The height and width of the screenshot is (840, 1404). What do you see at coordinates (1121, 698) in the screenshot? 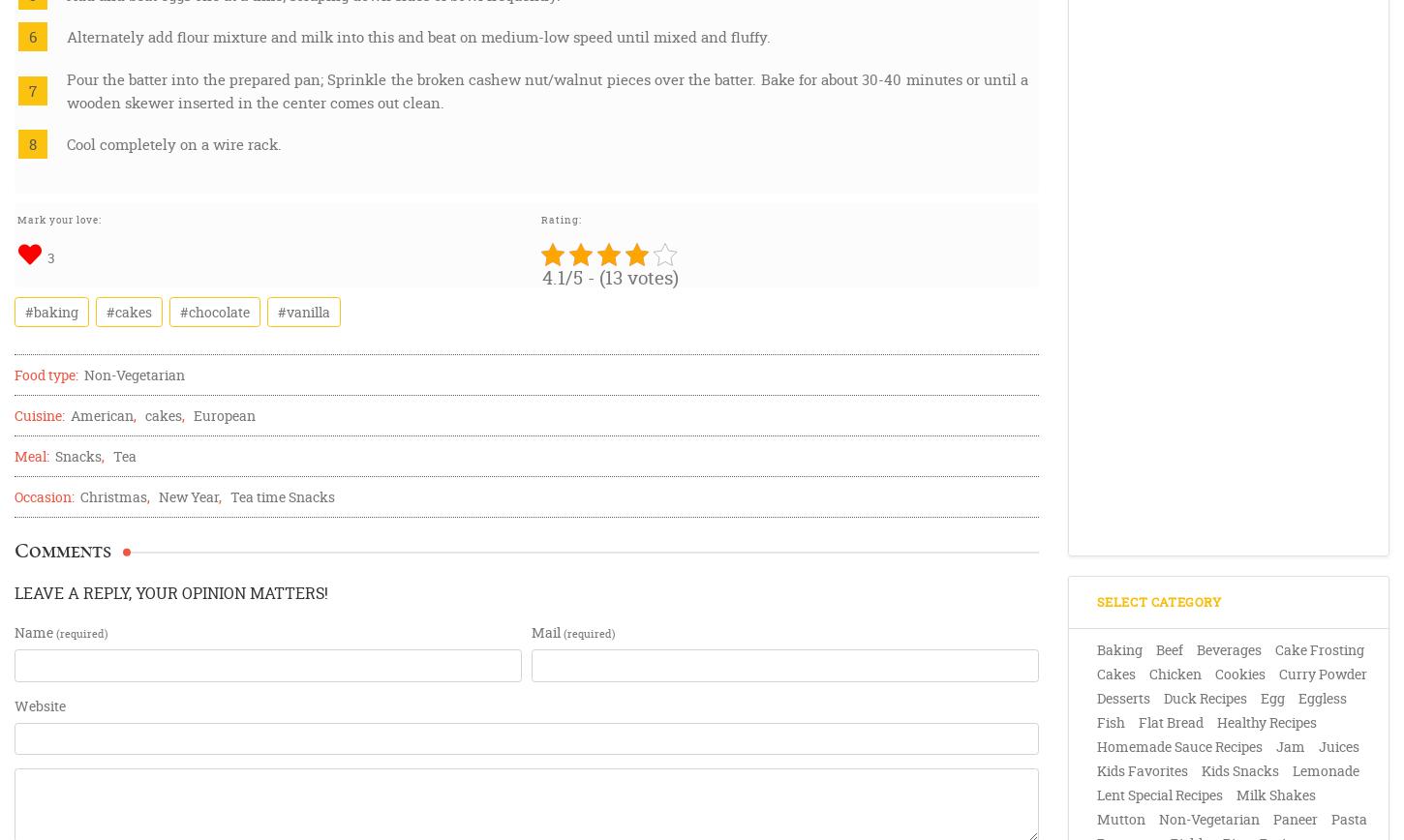
I see `'Desserts'` at bounding box center [1121, 698].